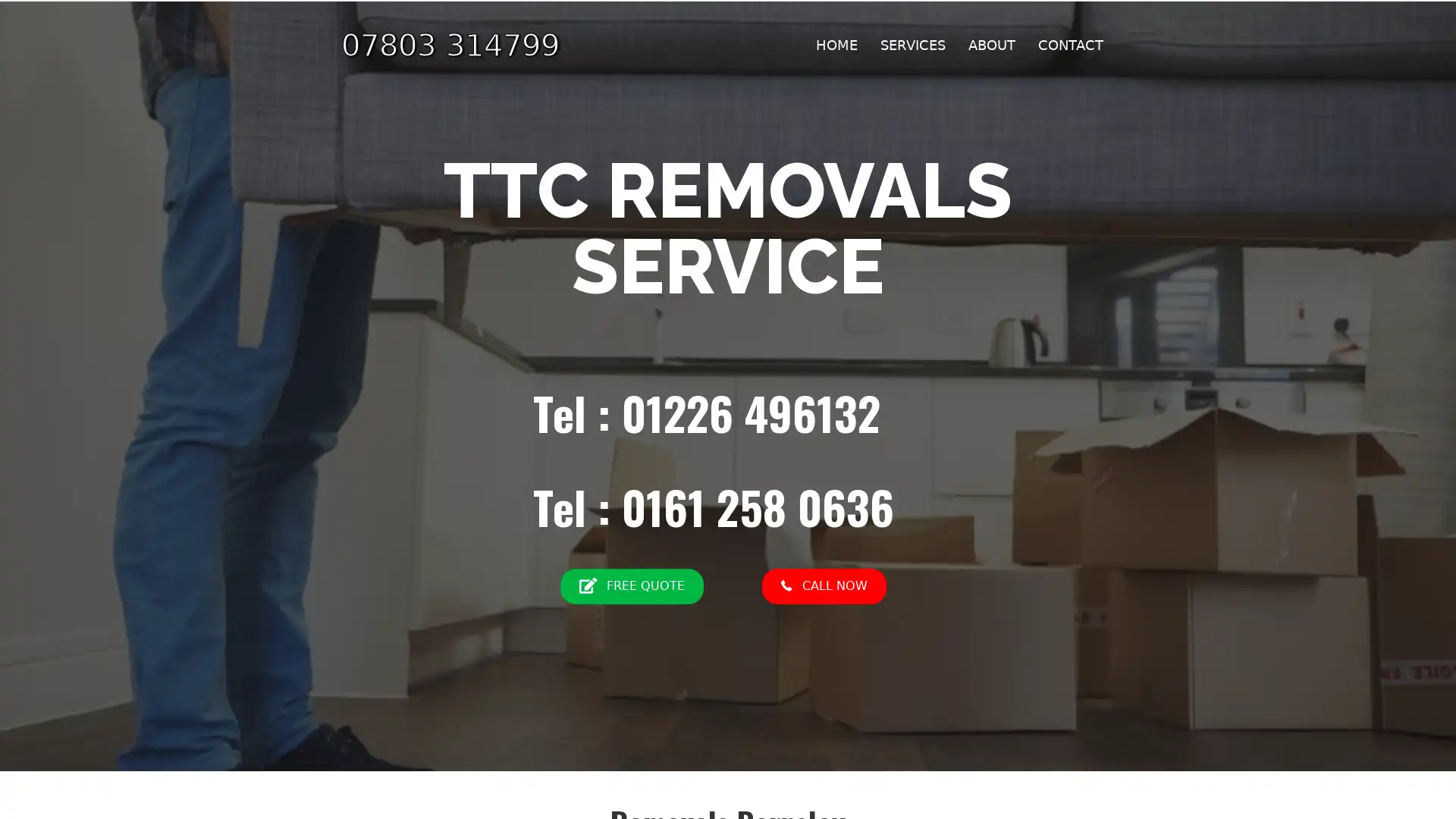 The height and width of the screenshot is (819, 1456). What do you see at coordinates (631, 585) in the screenshot?
I see `FREE QUOTE` at bounding box center [631, 585].